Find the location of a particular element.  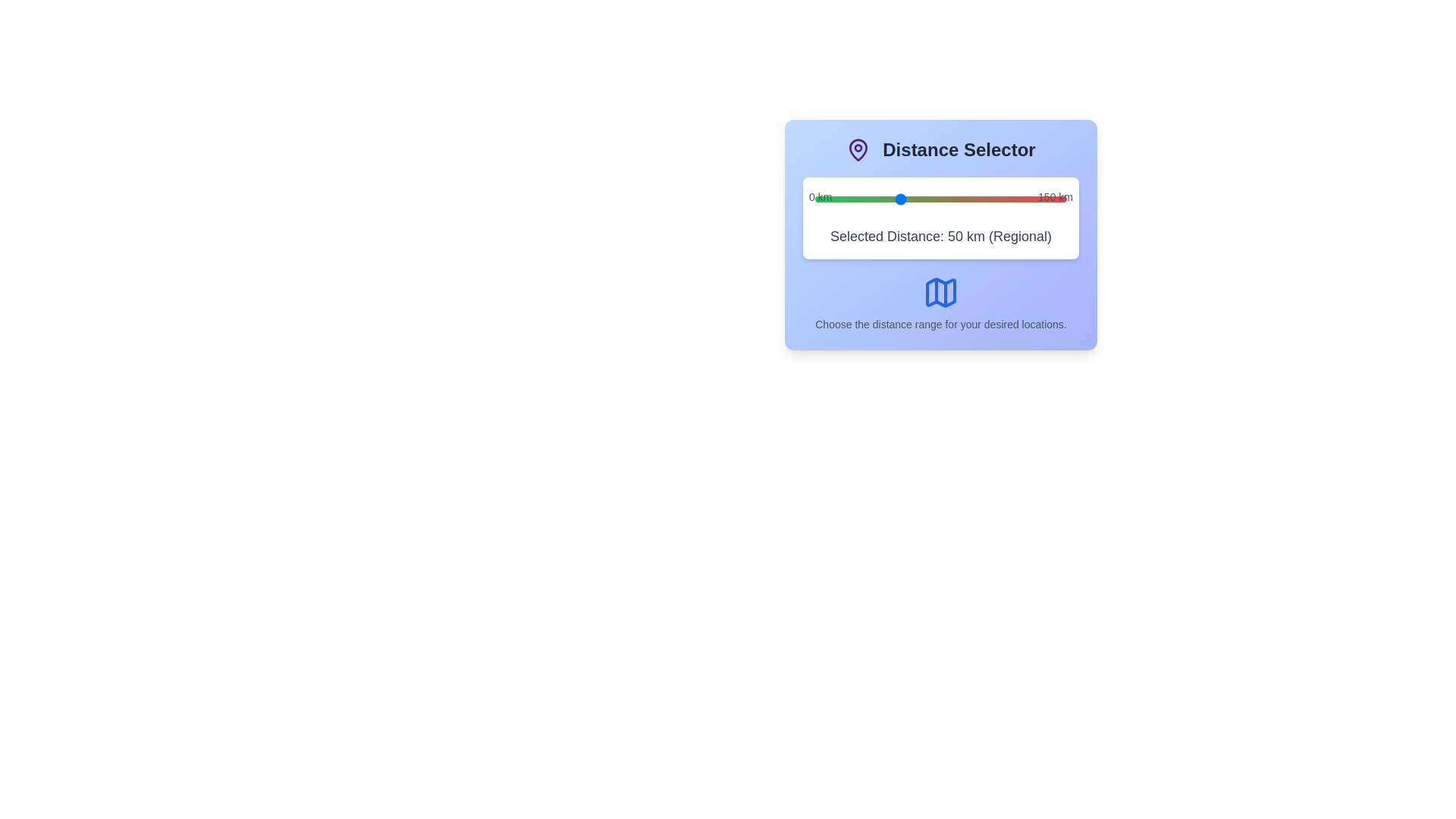

the map icon to trigger its associated action is located at coordinates (940, 292).